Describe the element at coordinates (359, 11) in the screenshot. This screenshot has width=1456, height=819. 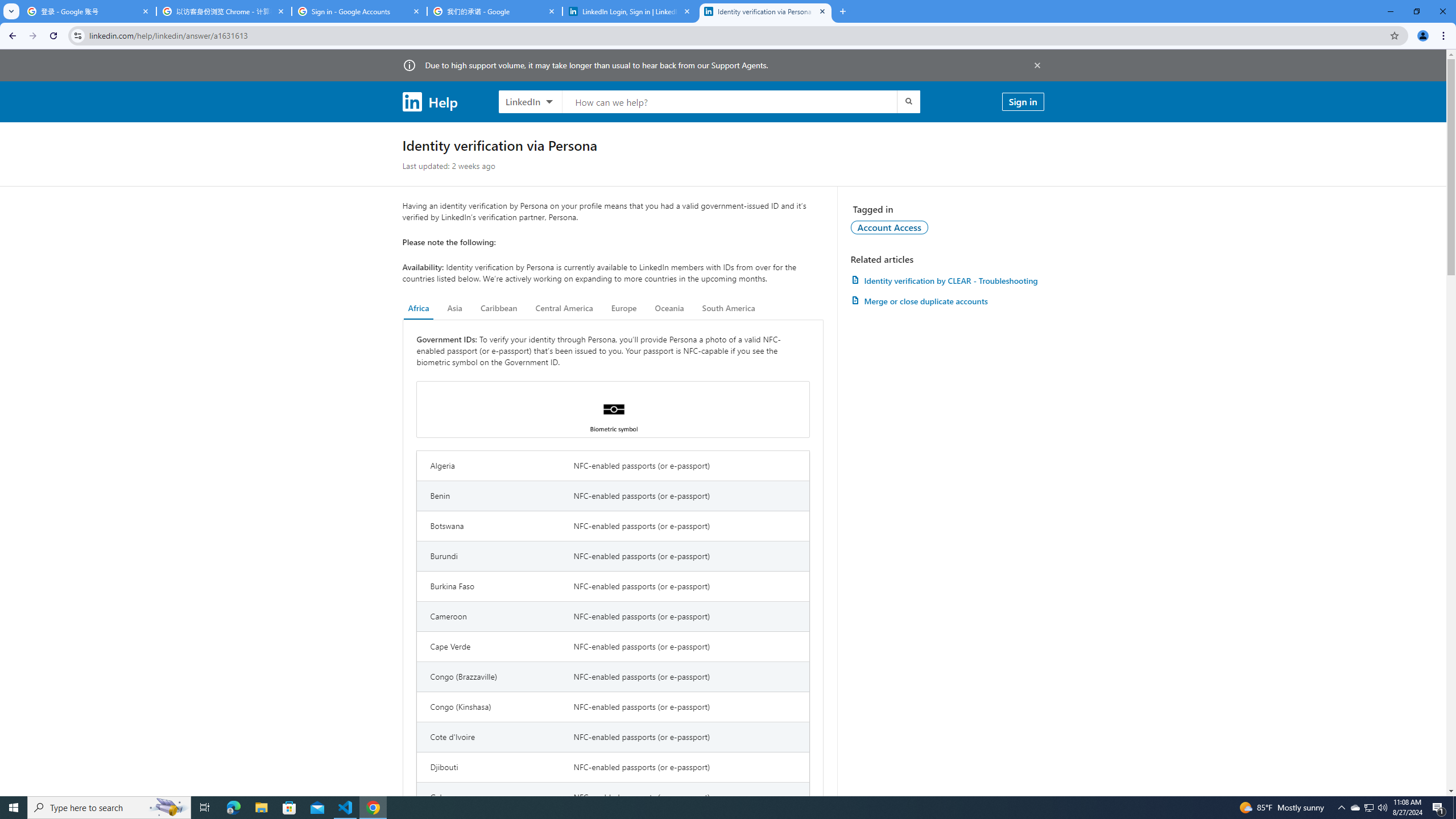
I see `'Sign in - Google Accounts'` at that location.